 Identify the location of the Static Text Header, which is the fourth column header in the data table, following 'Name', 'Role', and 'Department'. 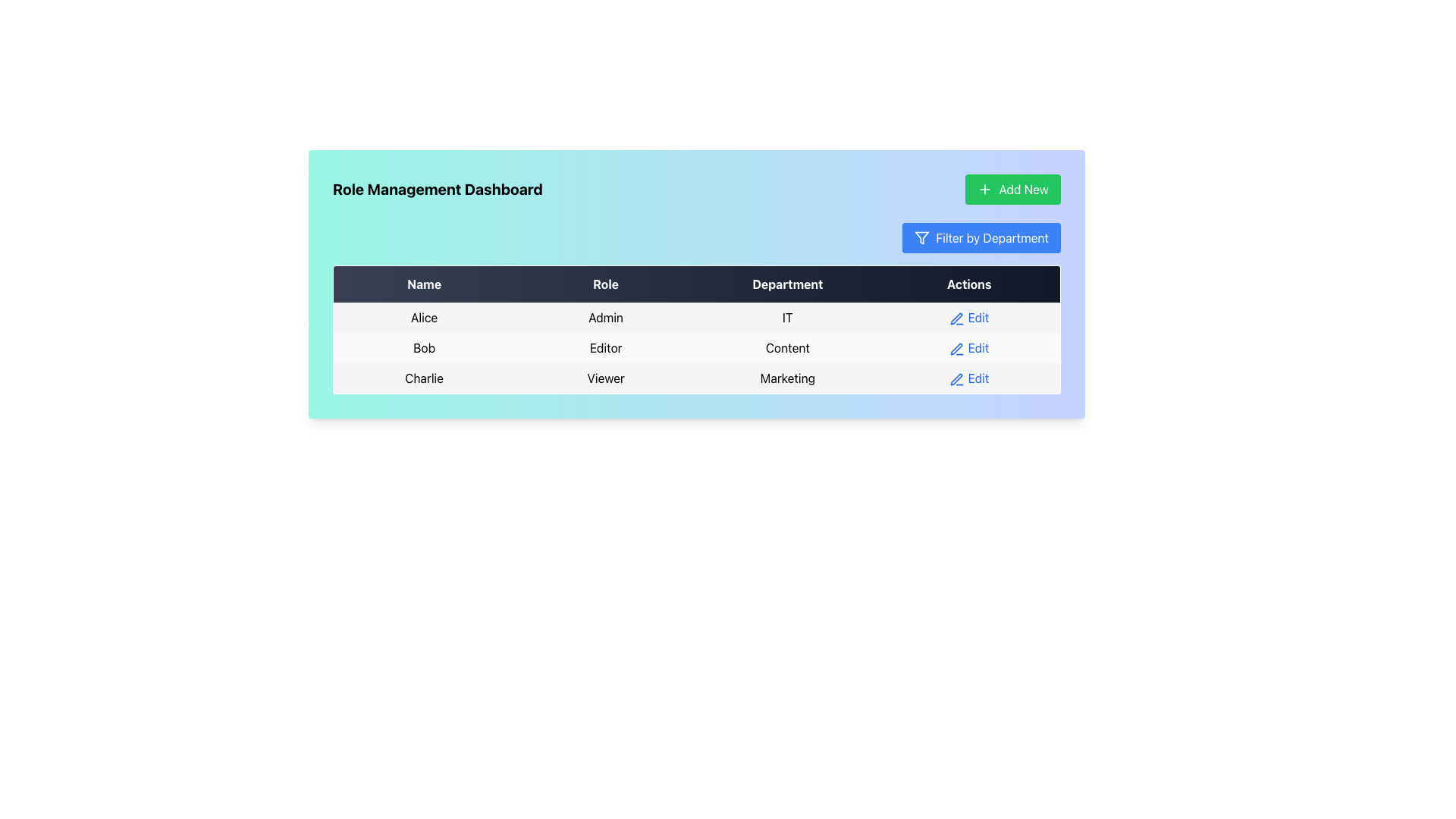
(968, 284).